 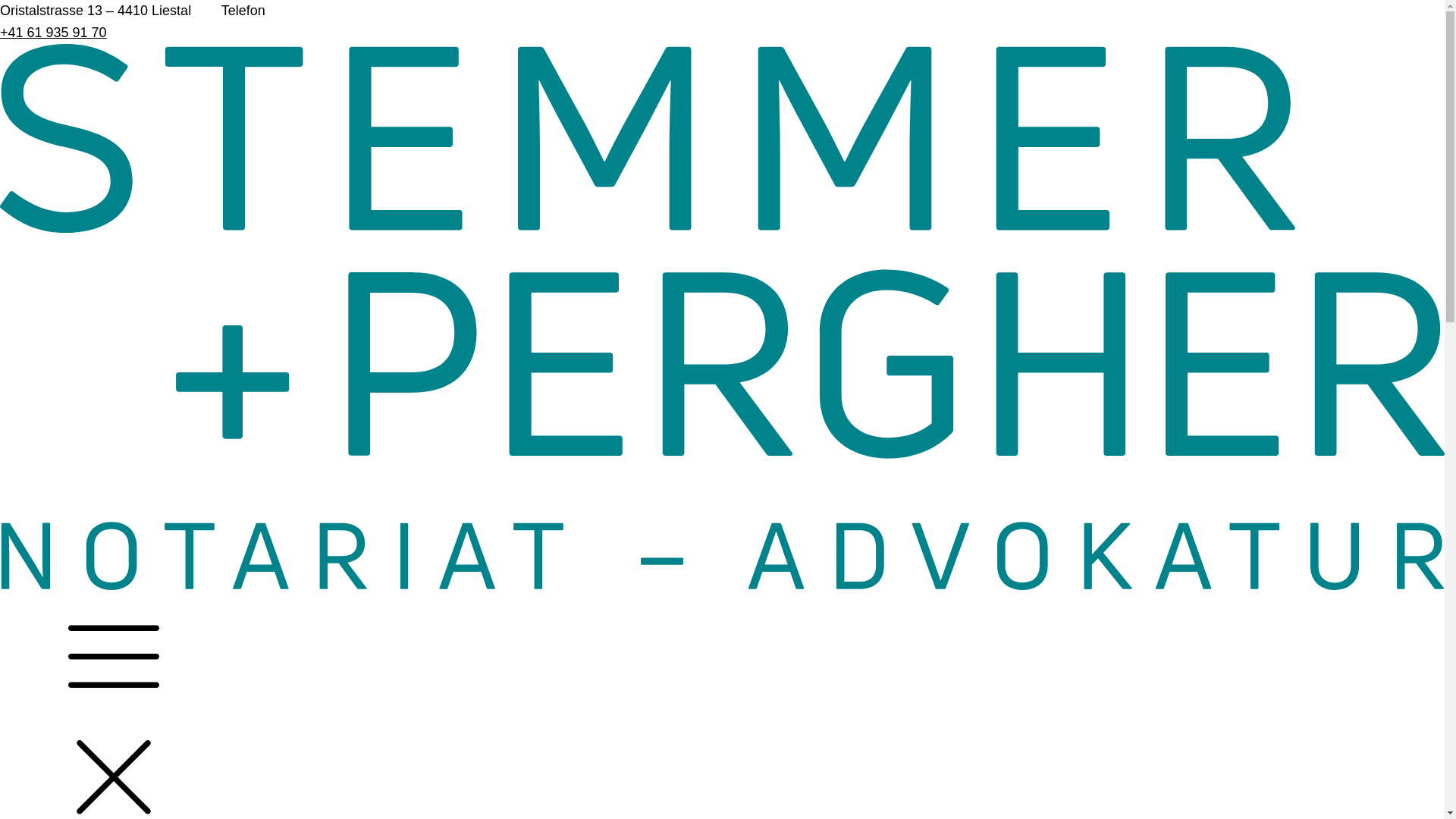 I want to click on '+41 61 935 91 70', so click(x=53, y=32).